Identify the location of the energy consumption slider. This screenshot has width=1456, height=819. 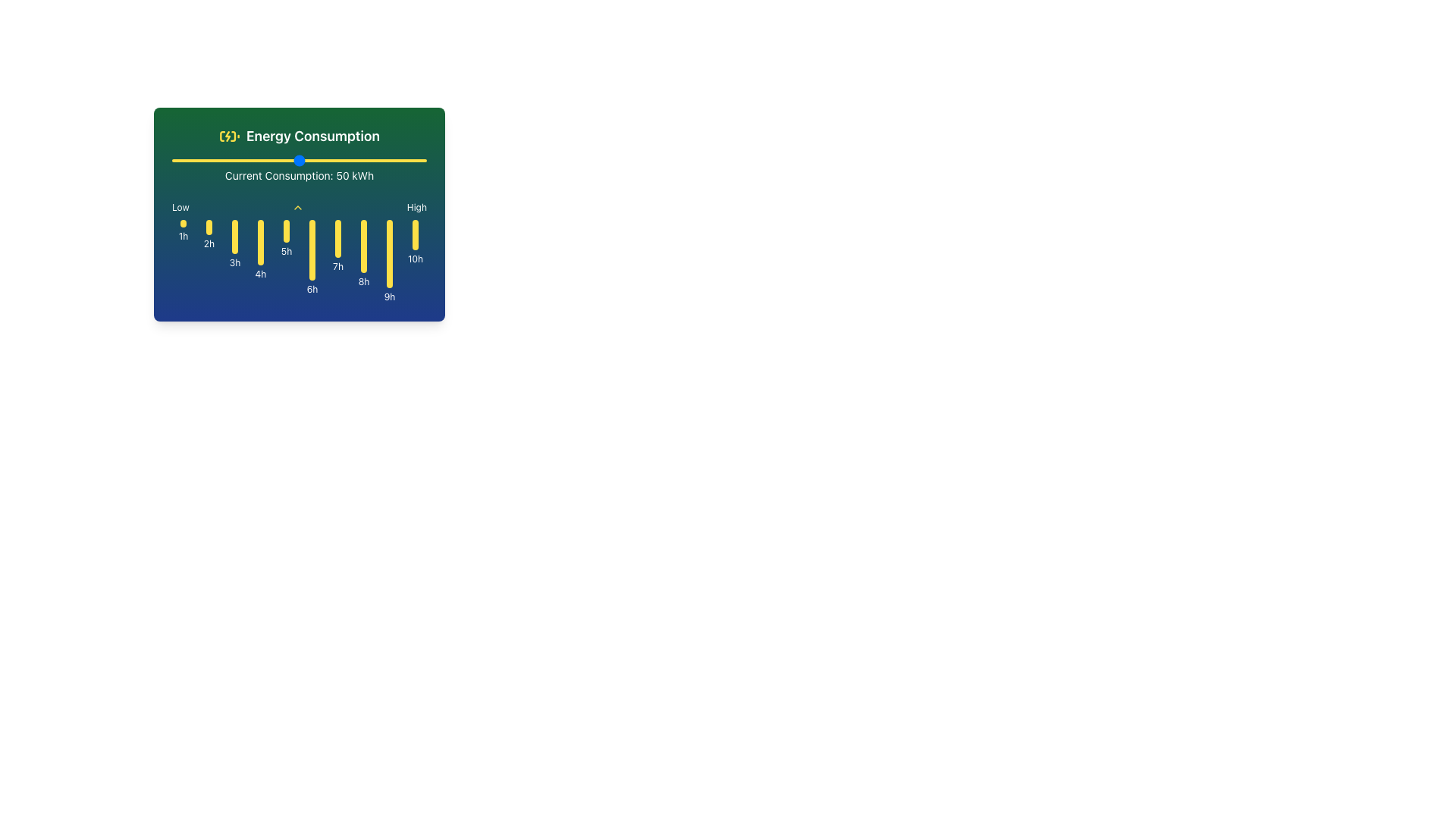
(366, 162).